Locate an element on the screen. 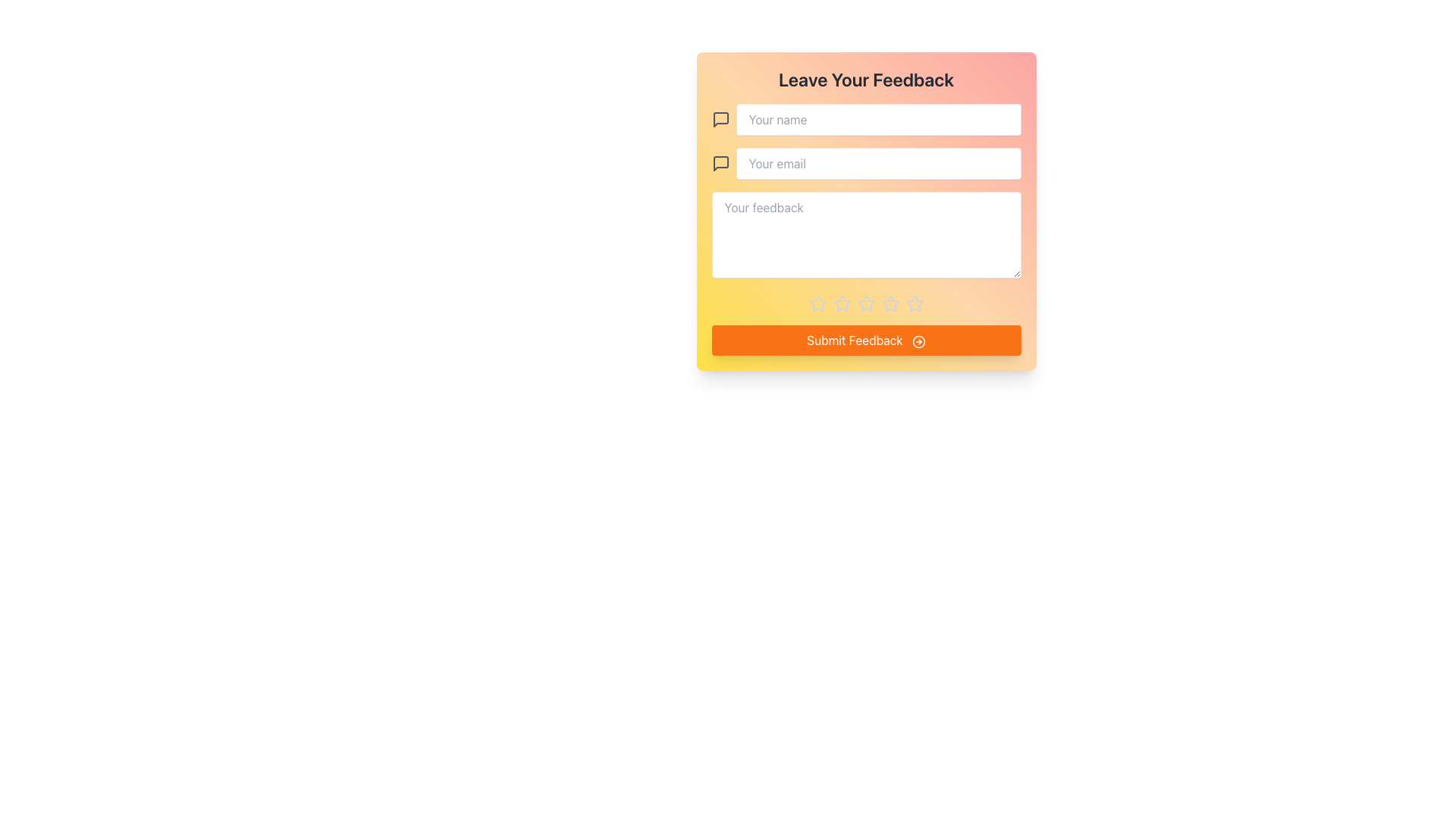  the chat bubble icon located to the left of the 'Your email' text input field is located at coordinates (720, 119).